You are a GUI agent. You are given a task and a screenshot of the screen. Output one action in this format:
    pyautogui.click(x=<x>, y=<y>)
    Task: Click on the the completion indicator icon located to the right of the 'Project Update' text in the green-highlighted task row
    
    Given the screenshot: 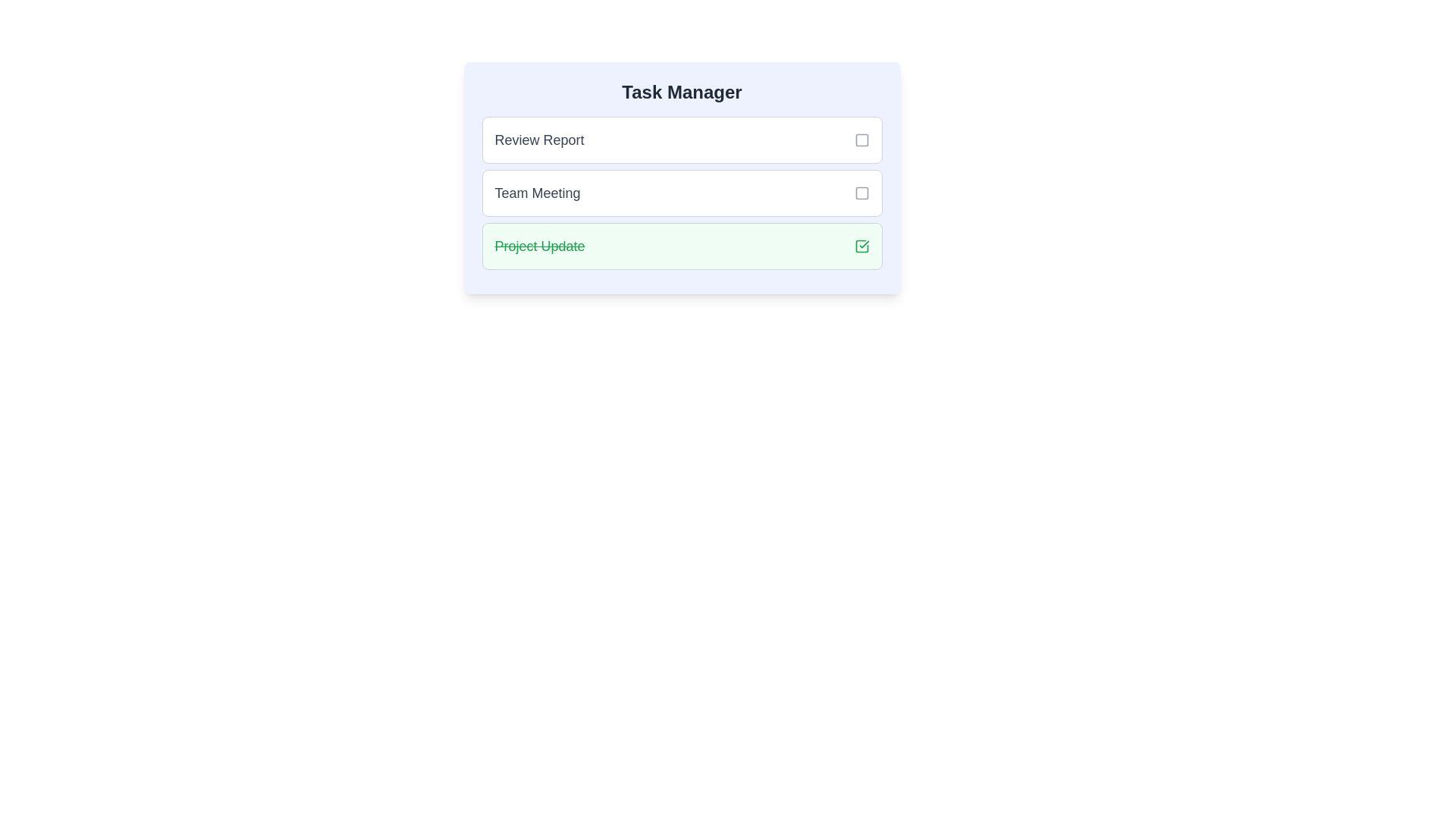 What is the action you would take?
    pyautogui.click(x=861, y=245)
    